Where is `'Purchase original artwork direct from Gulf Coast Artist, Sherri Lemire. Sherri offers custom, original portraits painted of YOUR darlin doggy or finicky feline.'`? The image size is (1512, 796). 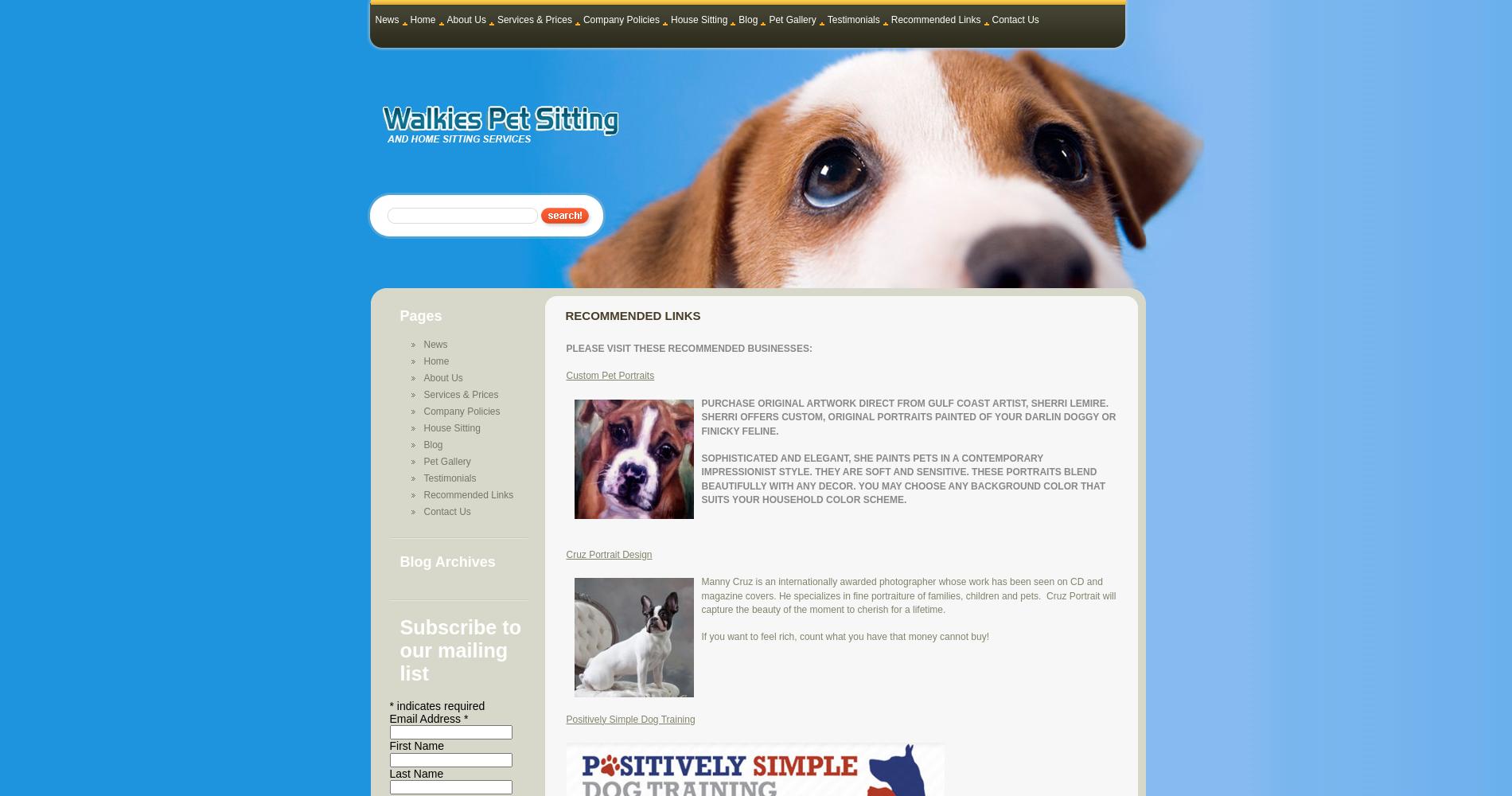
'Purchase original artwork direct from Gulf Coast Artist, Sherri Lemire. Sherri offers custom, original portraits painted of YOUR darlin doggy or finicky feline.' is located at coordinates (700, 416).